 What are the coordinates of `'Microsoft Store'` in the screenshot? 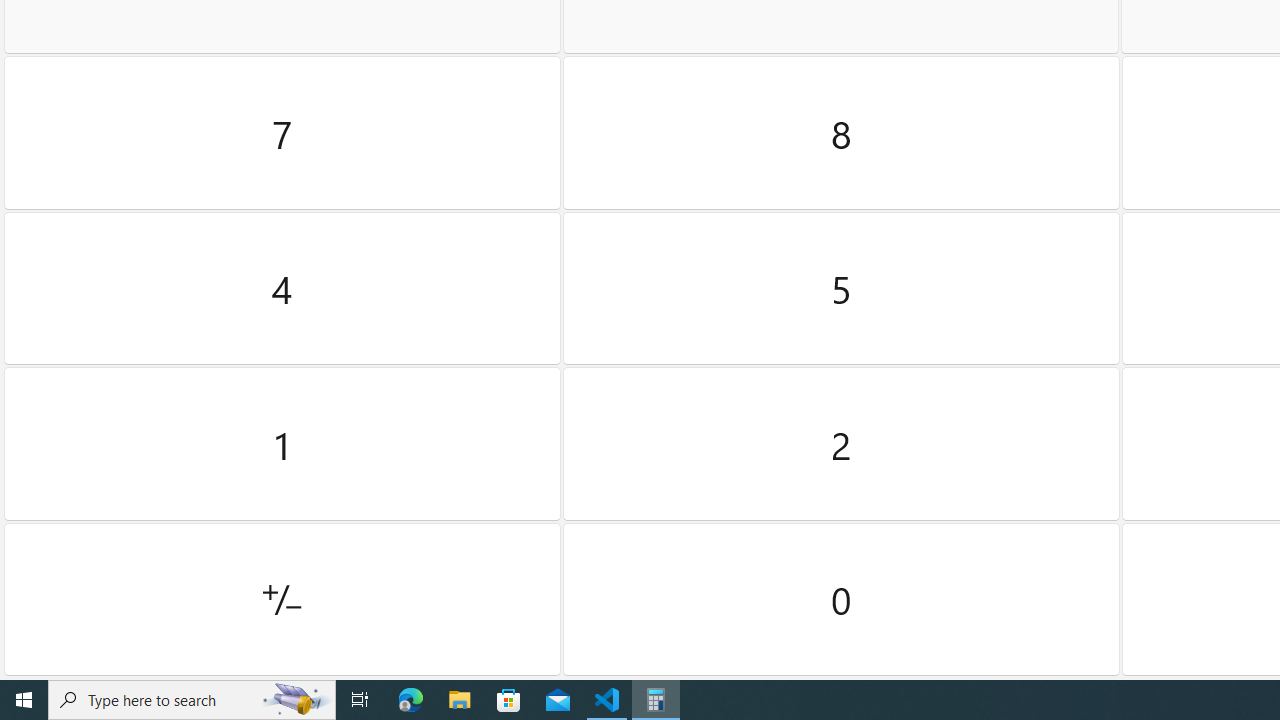 It's located at (509, 698).